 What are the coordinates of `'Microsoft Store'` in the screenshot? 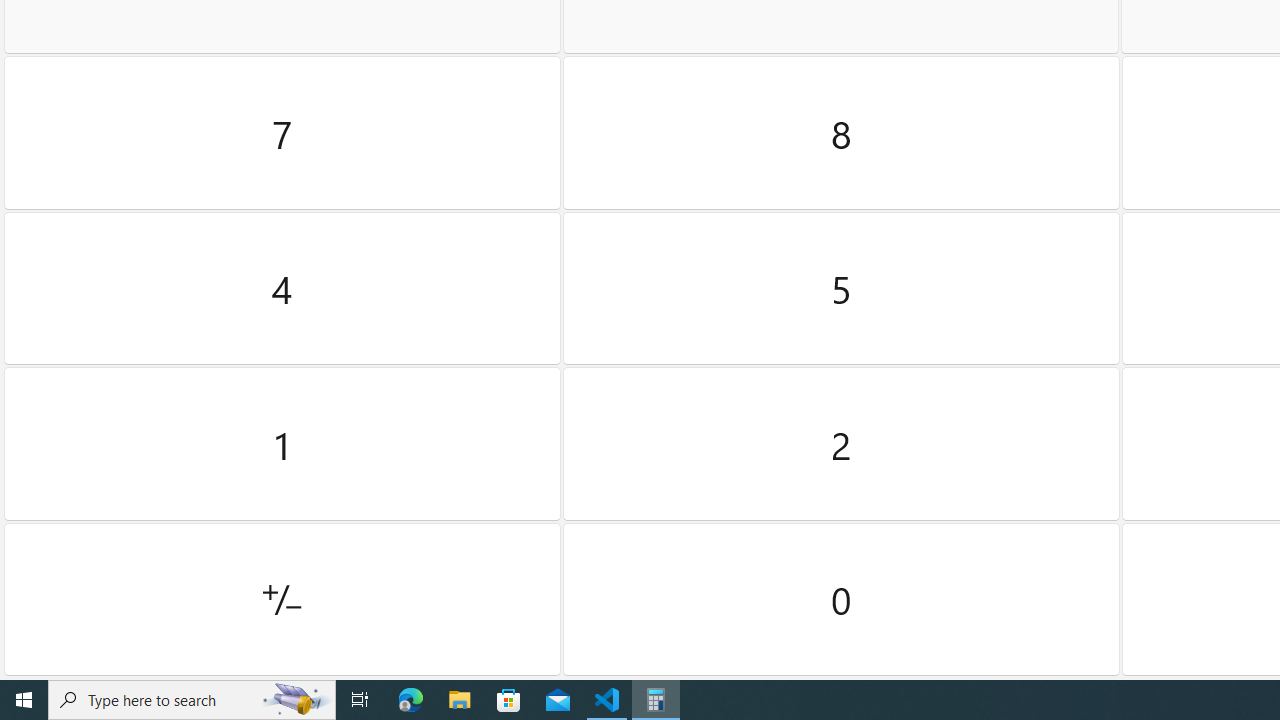 It's located at (509, 698).